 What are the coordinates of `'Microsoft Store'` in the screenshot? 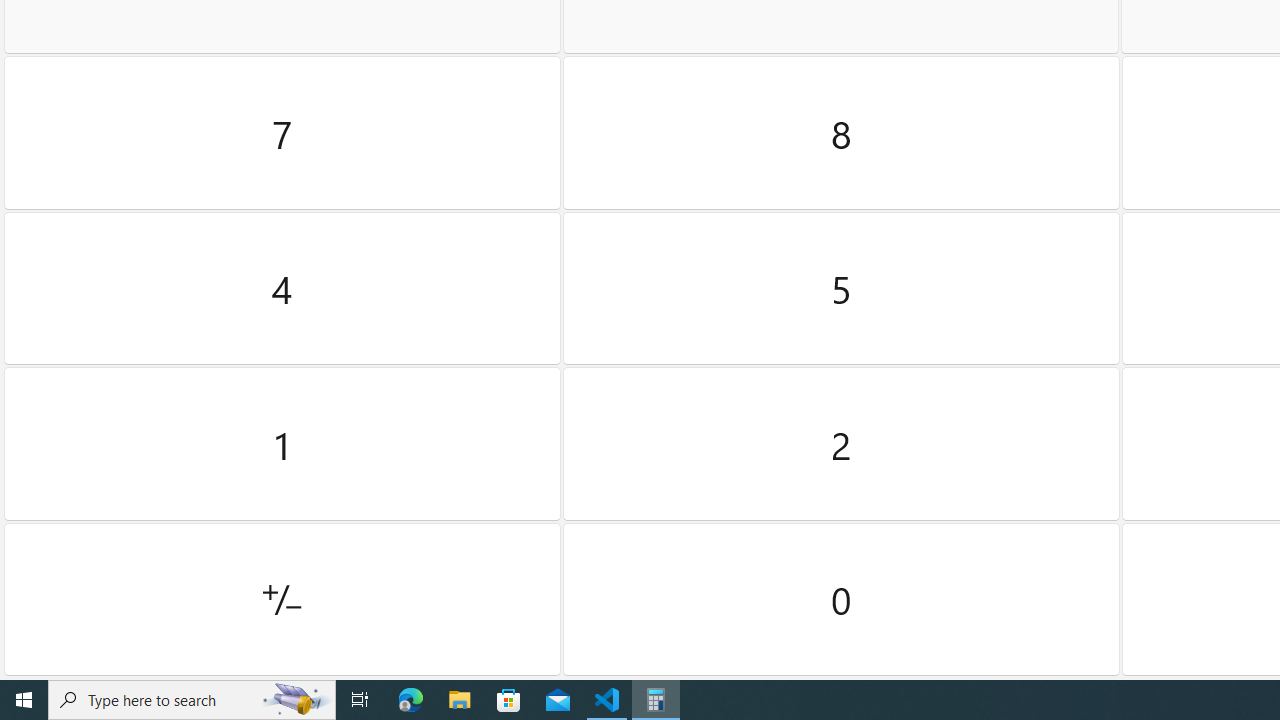 It's located at (509, 698).